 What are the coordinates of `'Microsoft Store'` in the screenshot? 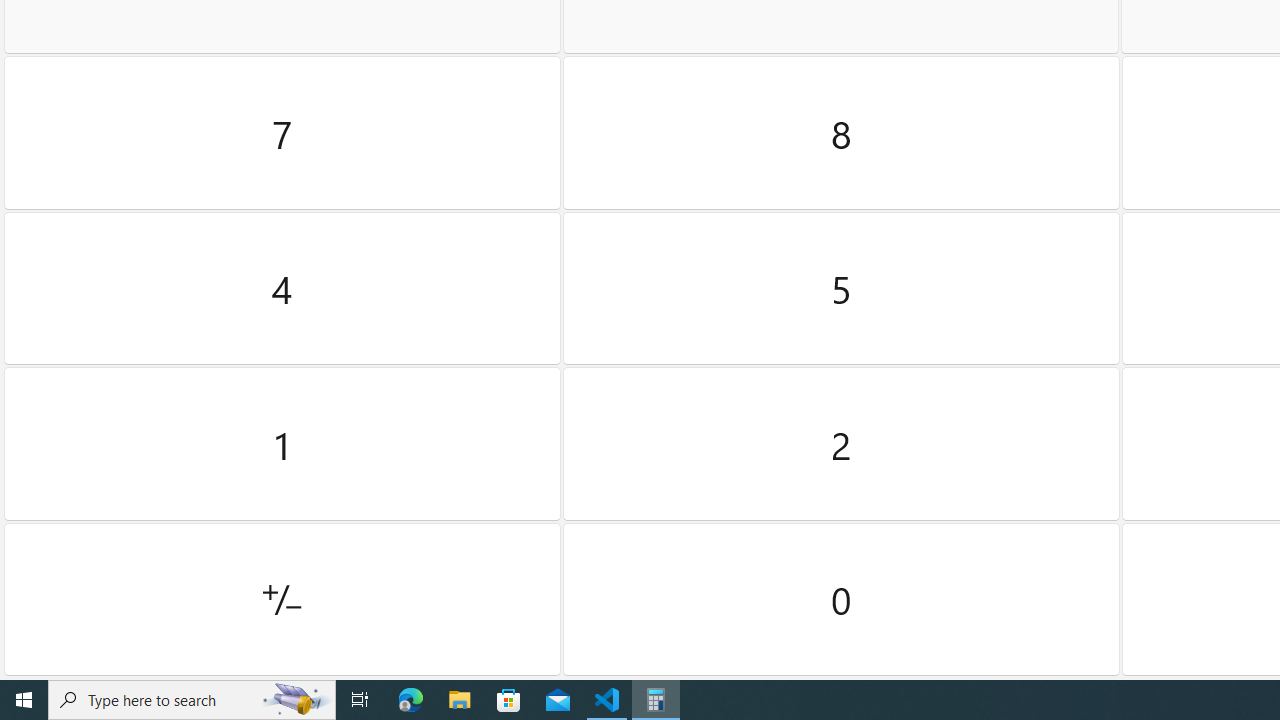 It's located at (509, 698).